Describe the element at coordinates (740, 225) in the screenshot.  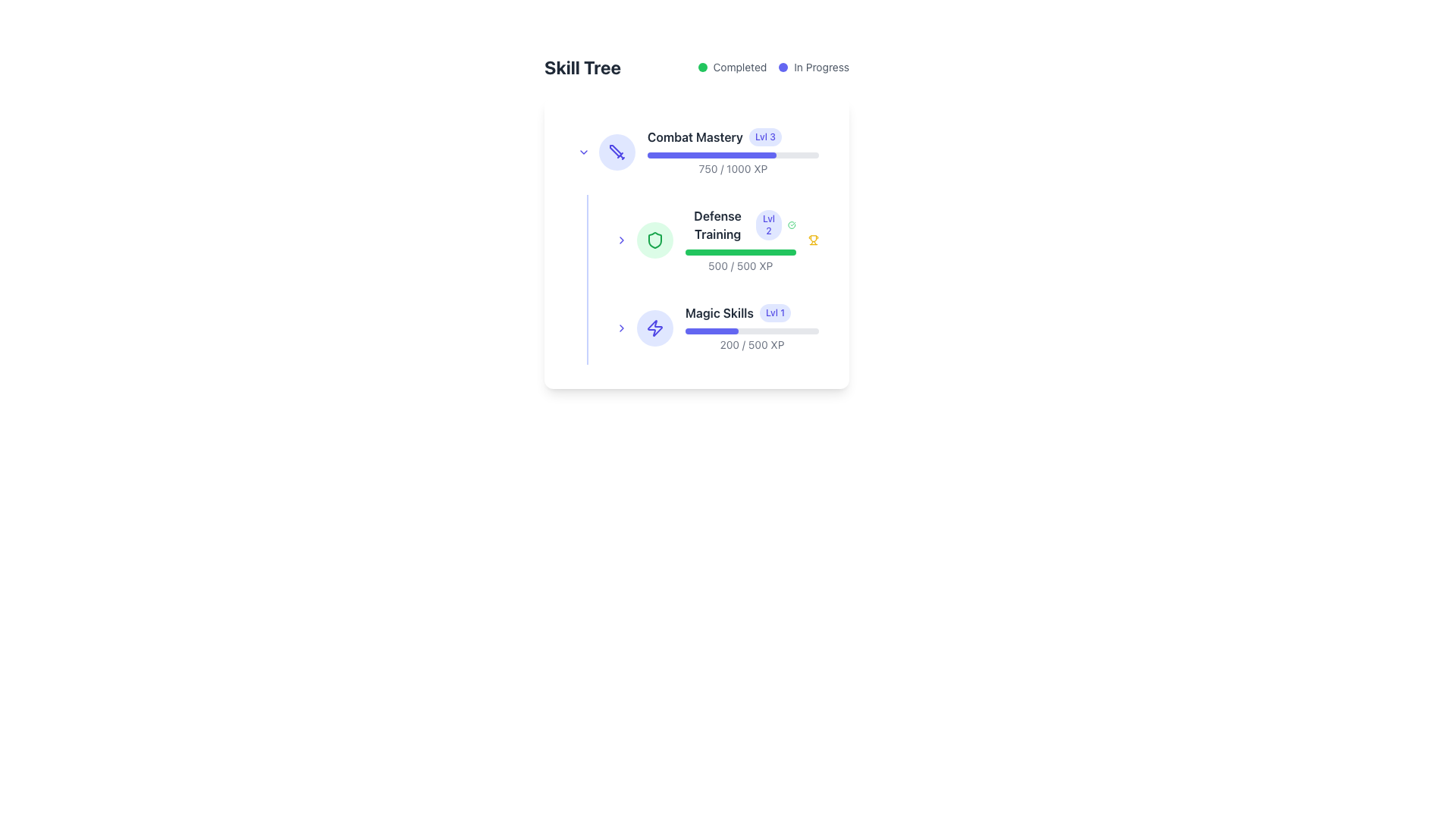
I see `level information displayed in the skill level component labeled 'Defense Training', which shows the current level as 'Lvl 2'` at that location.